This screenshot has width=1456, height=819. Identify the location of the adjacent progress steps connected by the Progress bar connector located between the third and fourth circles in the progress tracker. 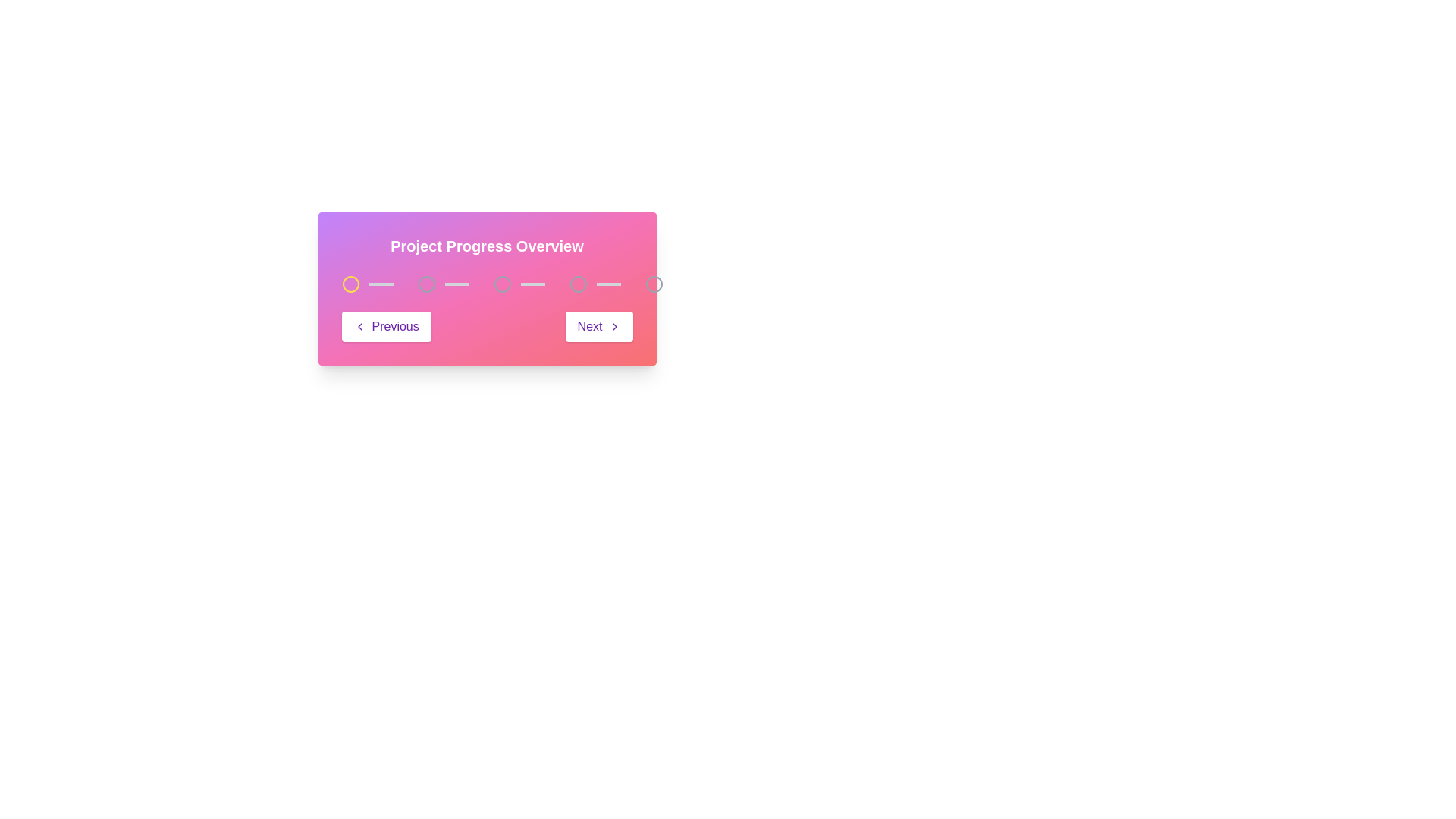
(532, 284).